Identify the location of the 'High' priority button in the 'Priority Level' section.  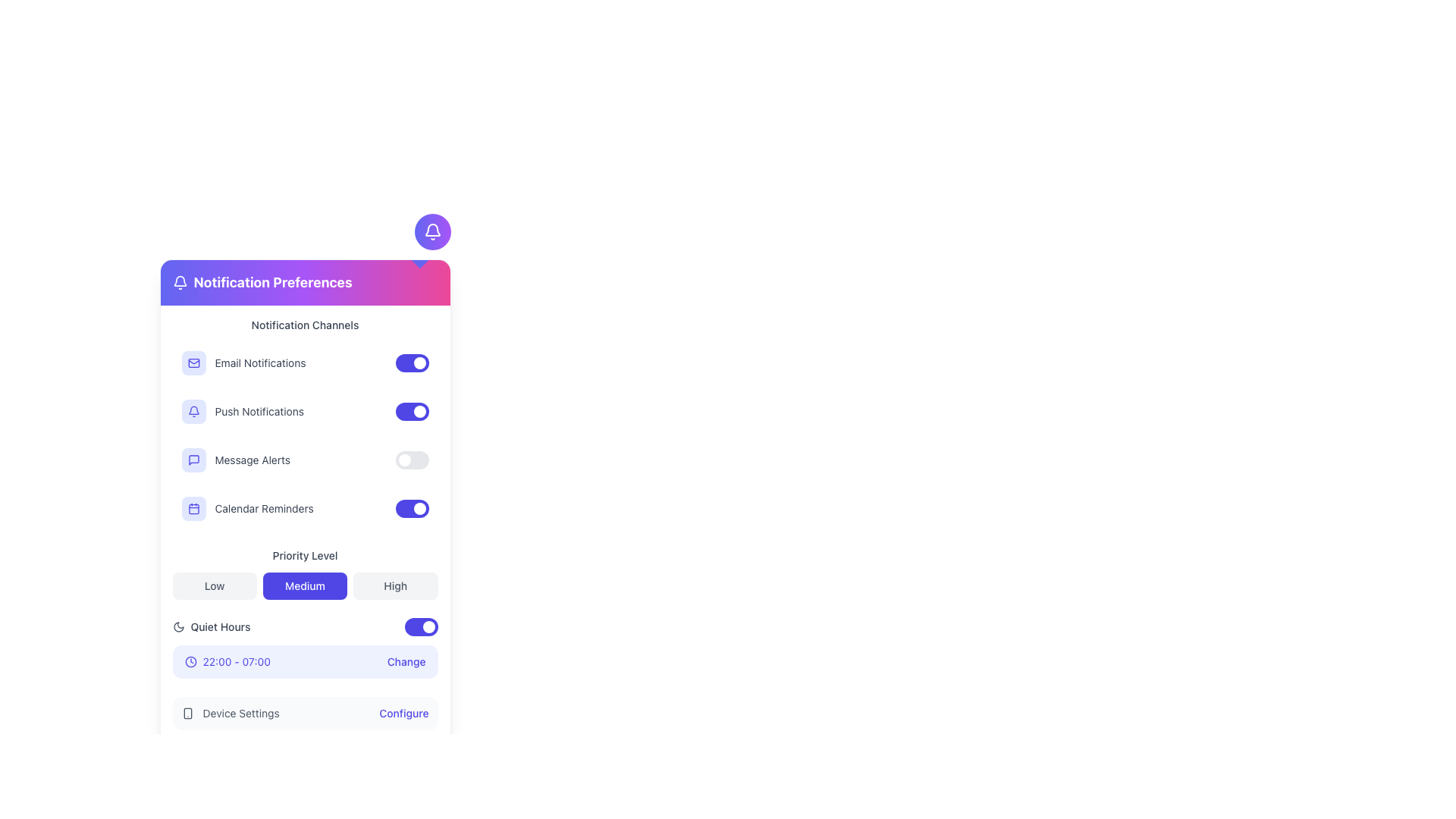
(395, 585).